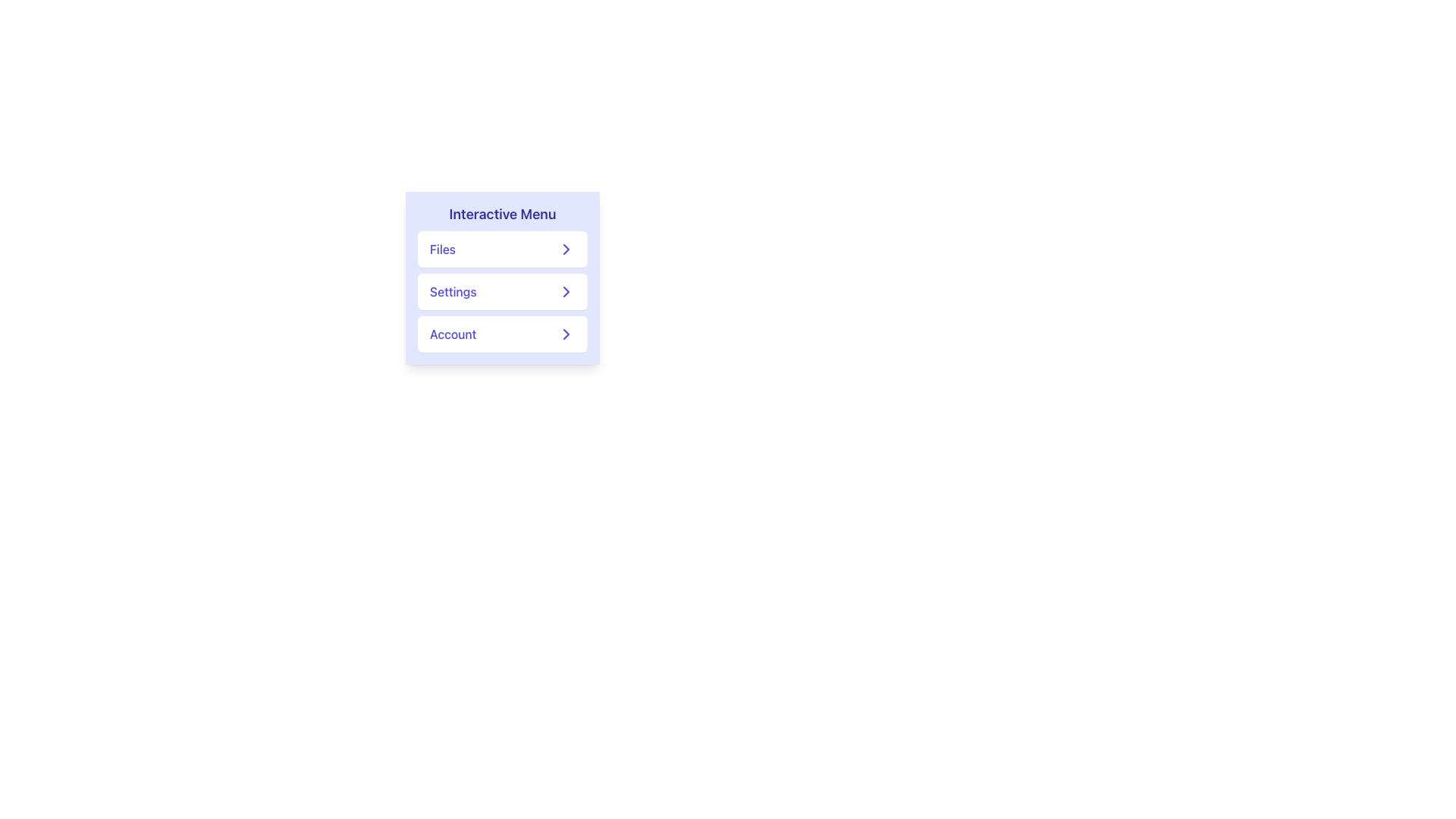 This screenshot has width=1456, height=819. What do you see at coordinates (566, 333) in the screenshot?
I see `the right-facing chevron arrow icon located at the rightmost part of the 'Account' menu item` at bounding box center [566, 333].